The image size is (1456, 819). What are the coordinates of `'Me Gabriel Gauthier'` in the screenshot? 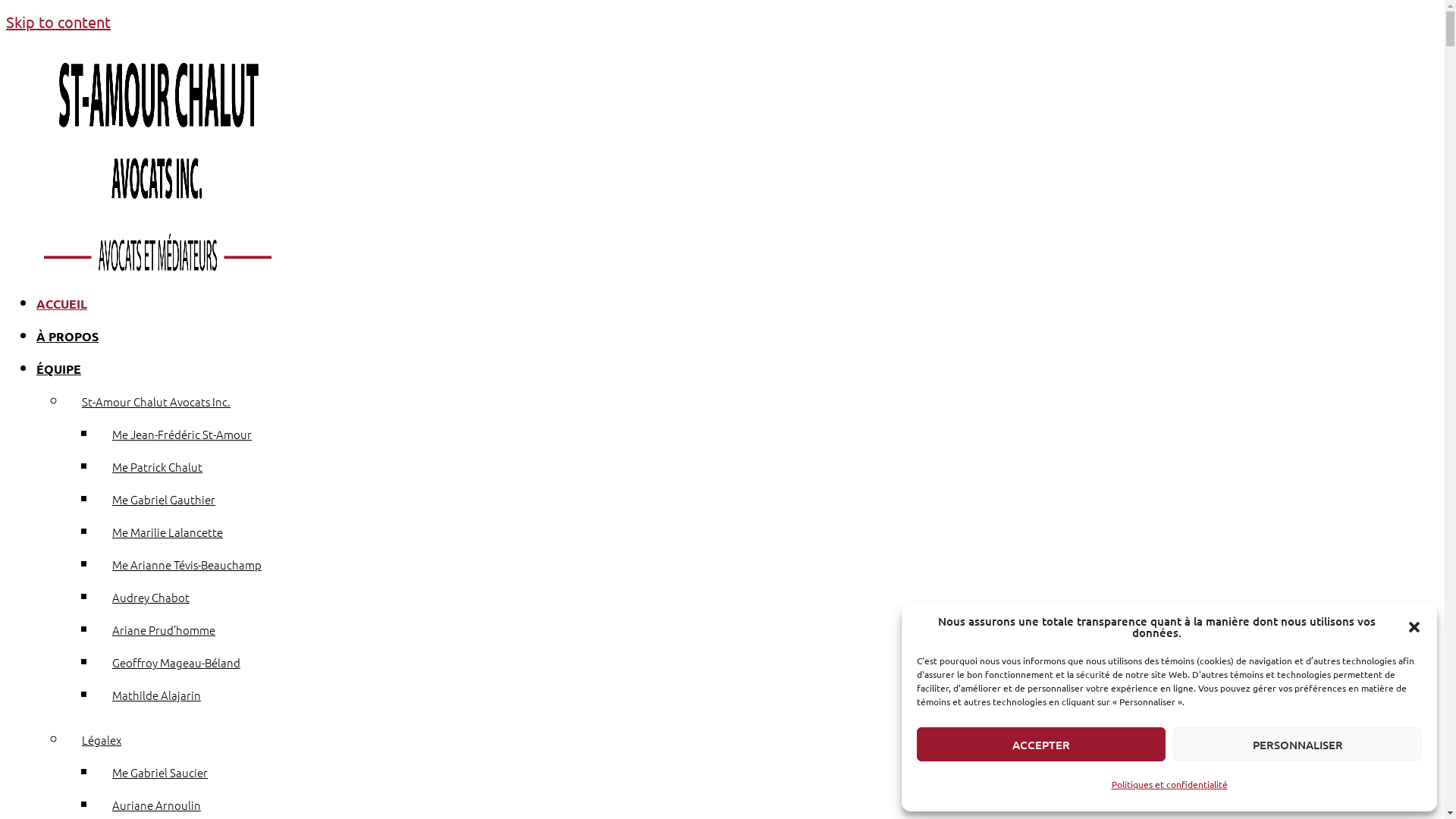 It's located at (96, 499).